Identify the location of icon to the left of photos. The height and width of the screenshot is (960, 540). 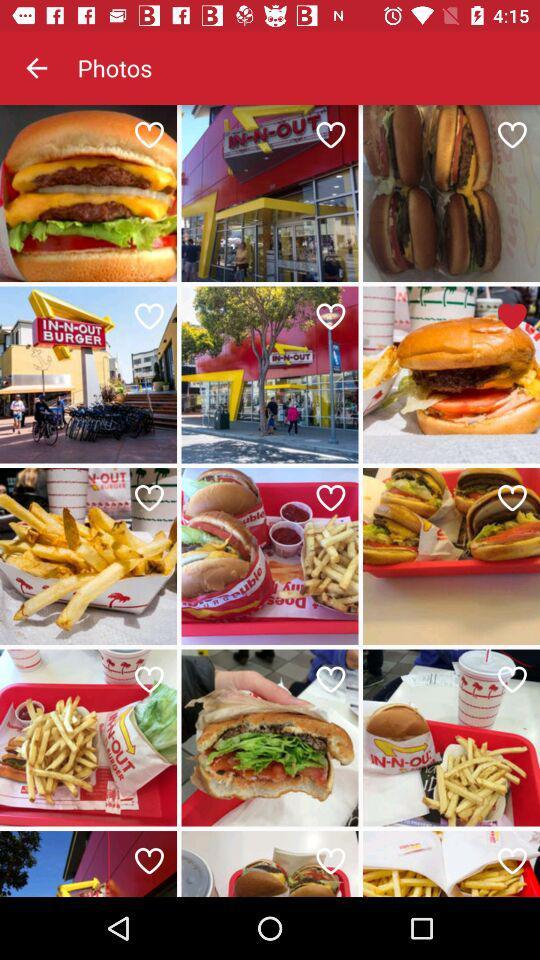
(36, 68).